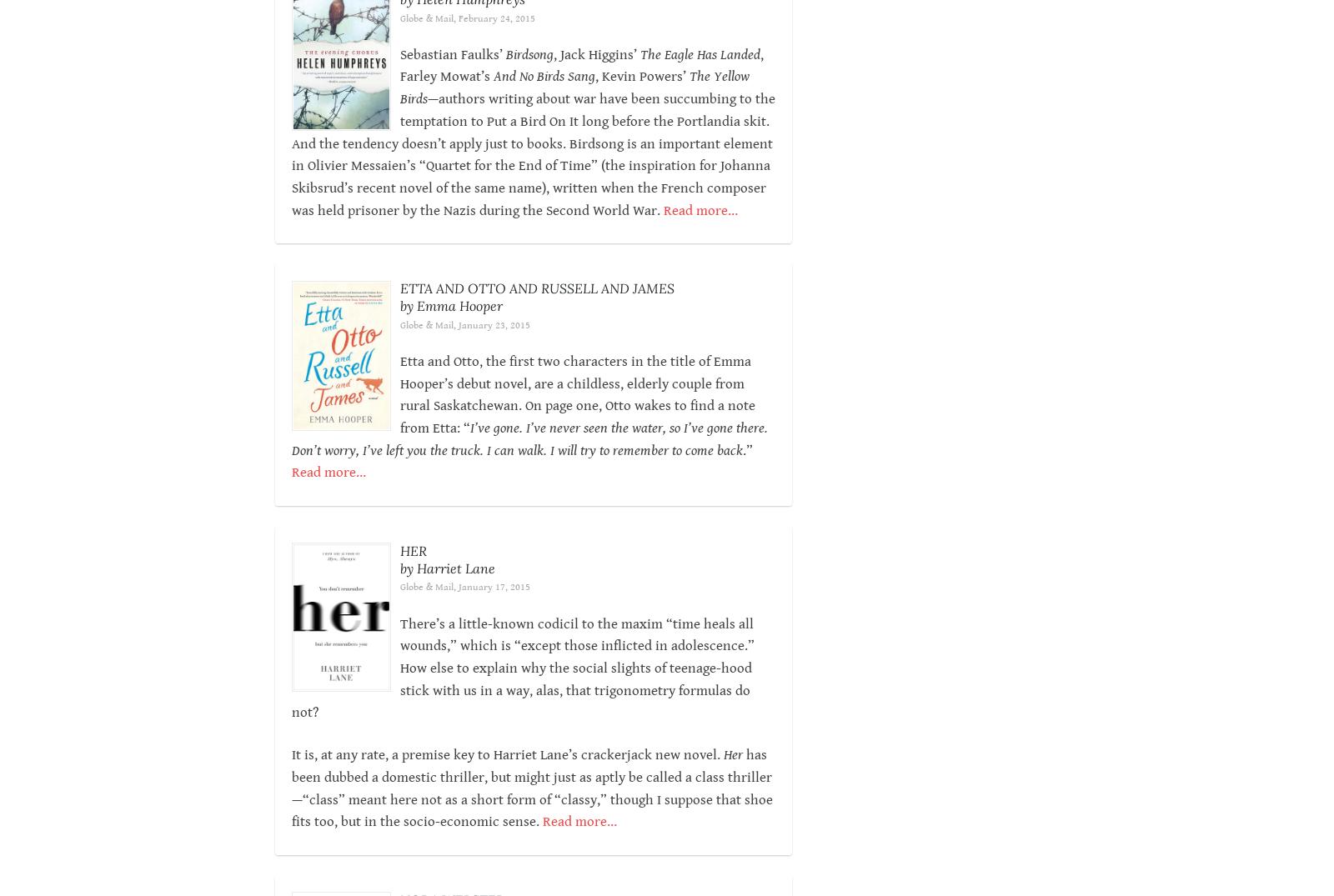 The height and width of the screenshot is (896, 1334). What do you see at coordinates (507, 754) in the screenshot?
I see `'It is, at any rate, a premise key to Harriet Lane’s crackerjack new novel.'` at bounding box center [507, 754].